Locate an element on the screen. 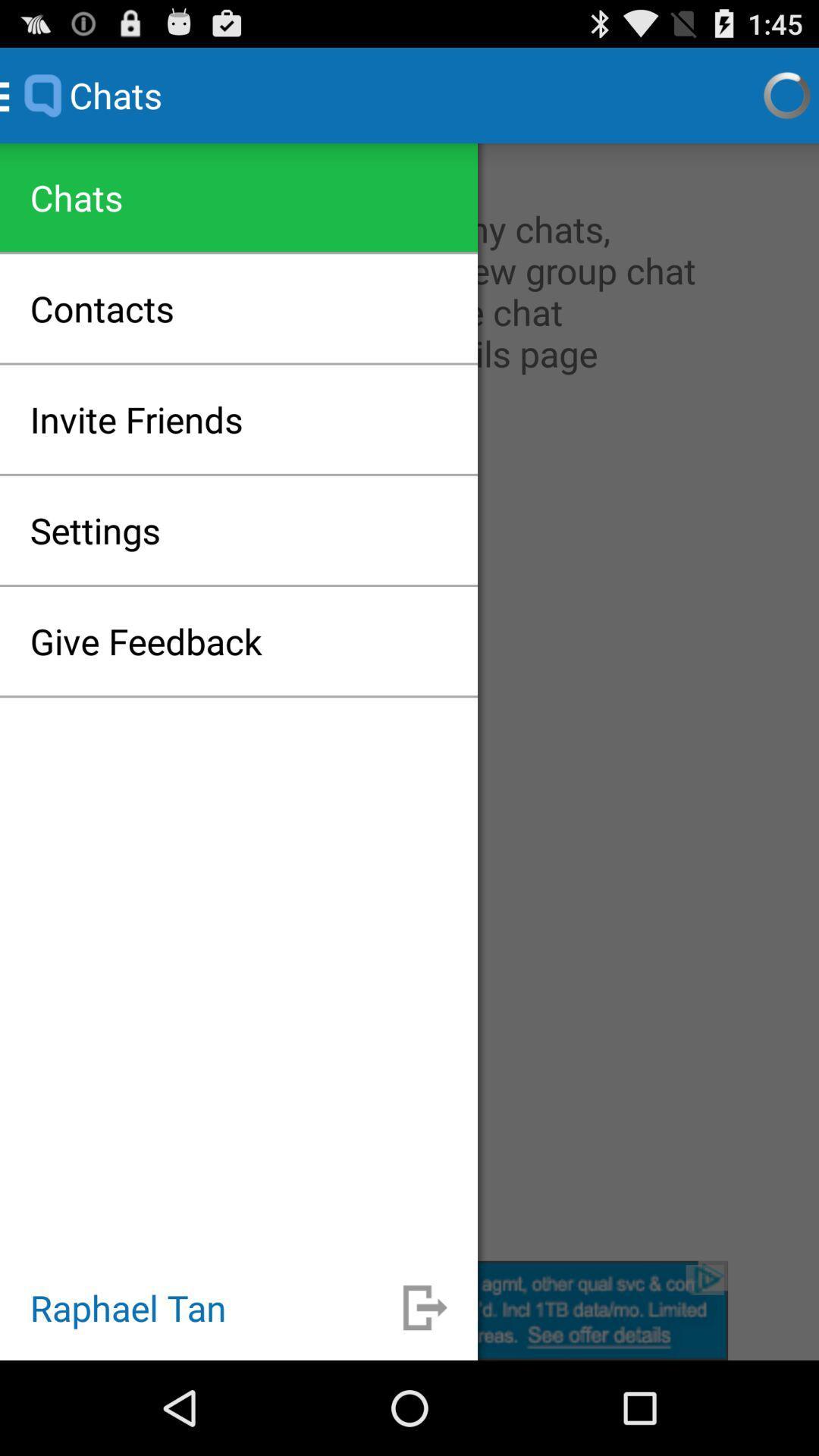 This screenshot has height=1456, width=819. navigation menu is located at coordinates (409, 701).